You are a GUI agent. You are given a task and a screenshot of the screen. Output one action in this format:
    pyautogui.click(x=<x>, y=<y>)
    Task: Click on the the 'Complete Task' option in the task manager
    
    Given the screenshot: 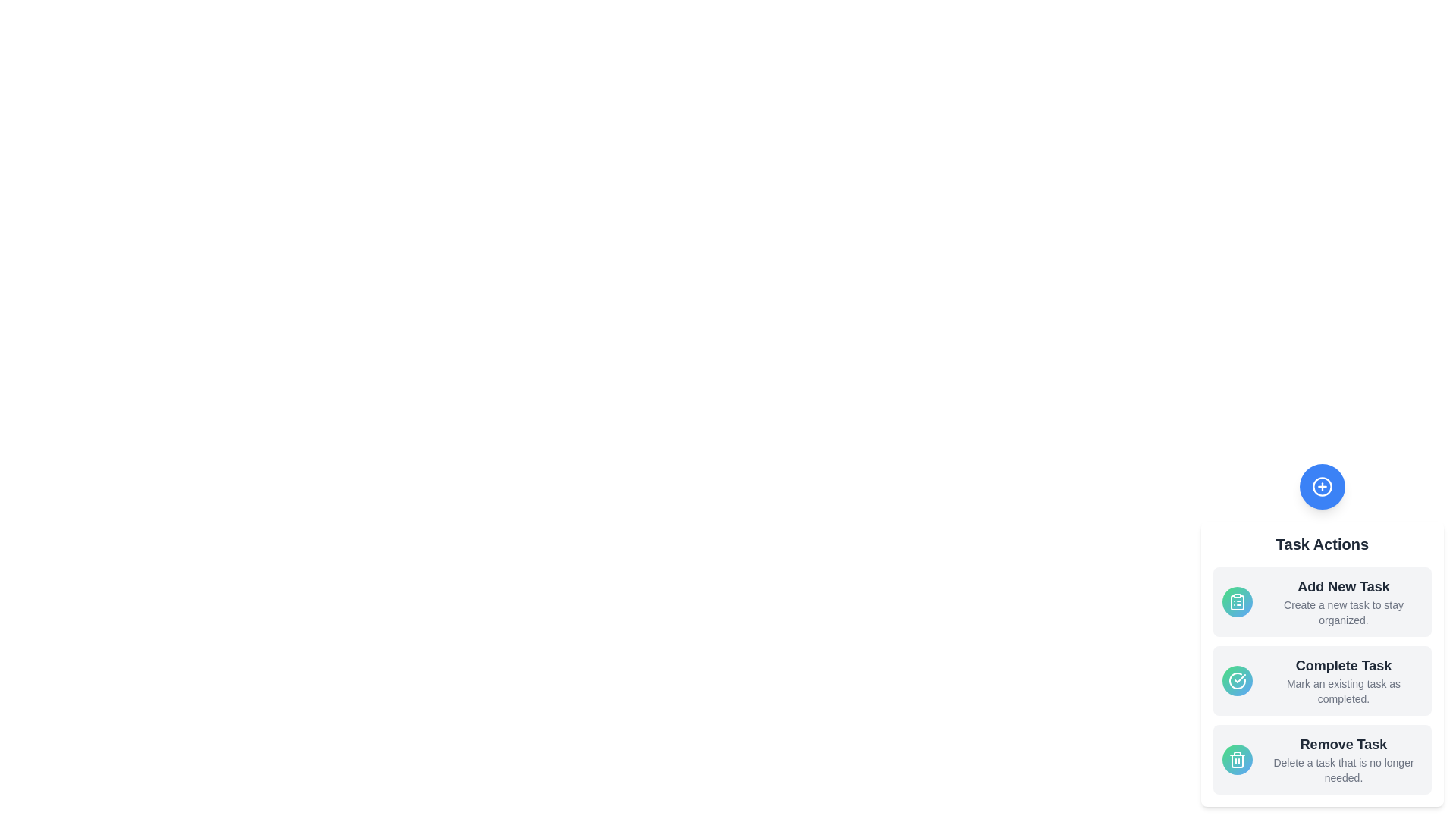 What is the action you would take?
    pyautogui.click(x=1321, y=680)
    